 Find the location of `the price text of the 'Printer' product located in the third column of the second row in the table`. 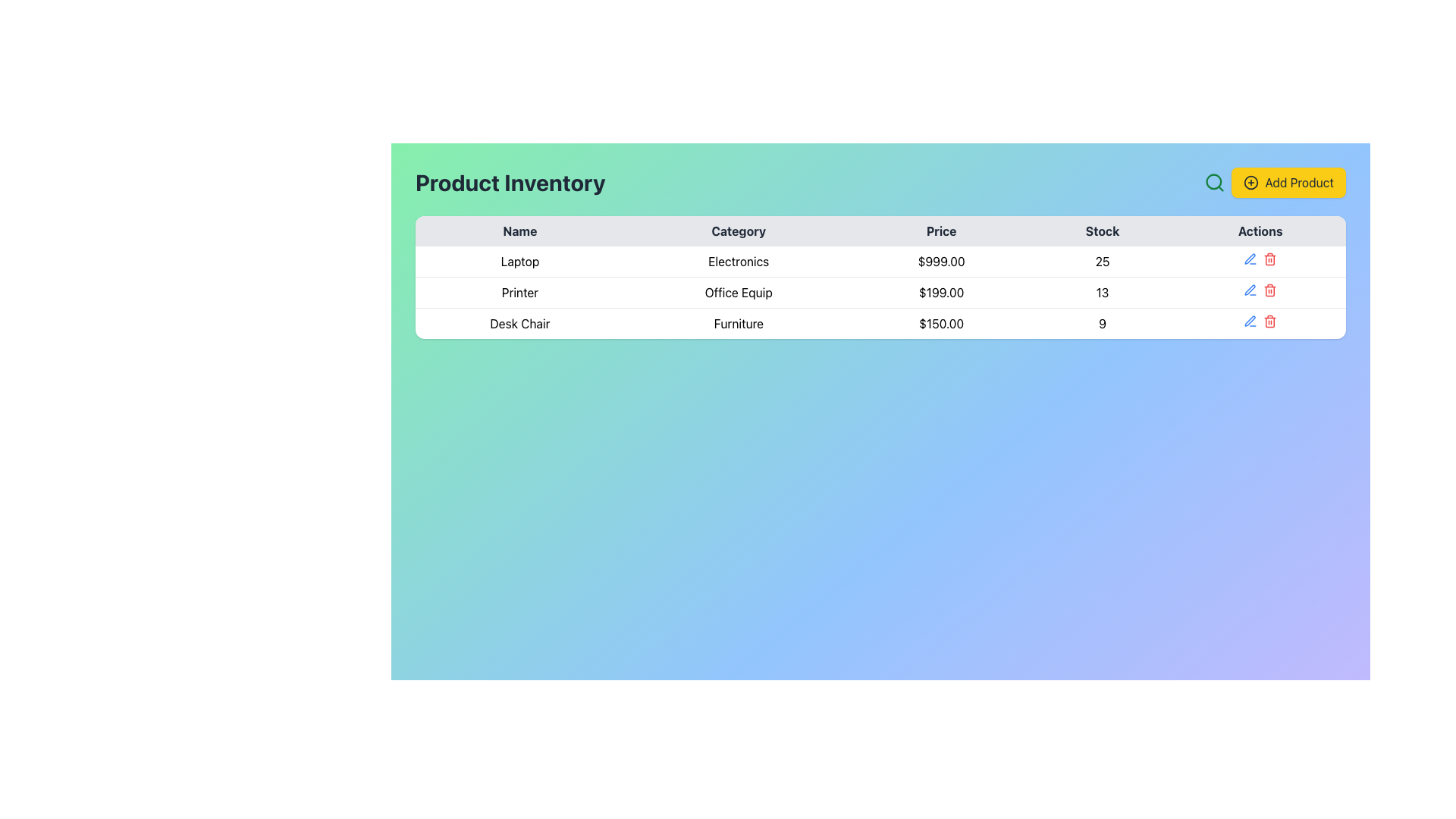

the price text of the 'Printer' product located in the third column of the second row in the table is located at coordinates (940, 292).